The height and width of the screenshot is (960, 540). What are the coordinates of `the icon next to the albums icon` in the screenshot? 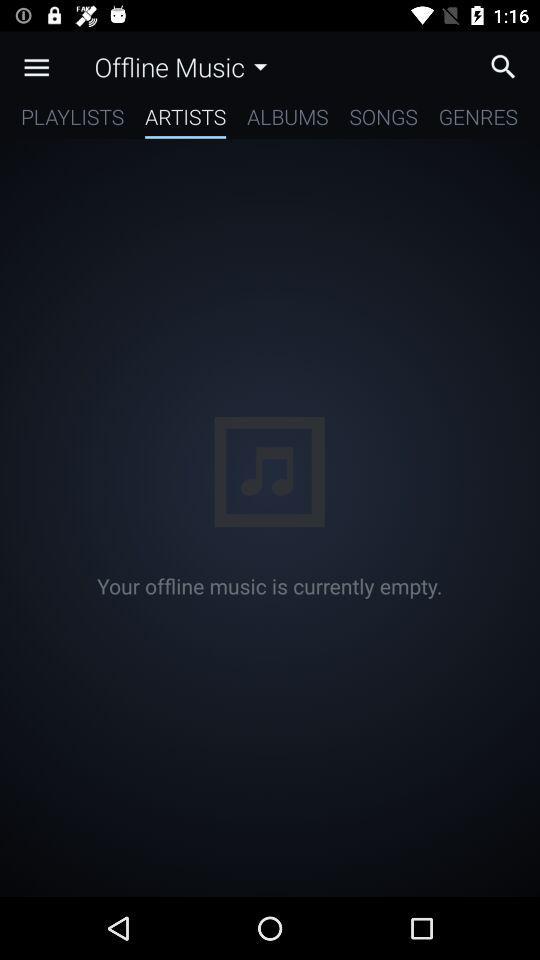 It's located at (383, 120).